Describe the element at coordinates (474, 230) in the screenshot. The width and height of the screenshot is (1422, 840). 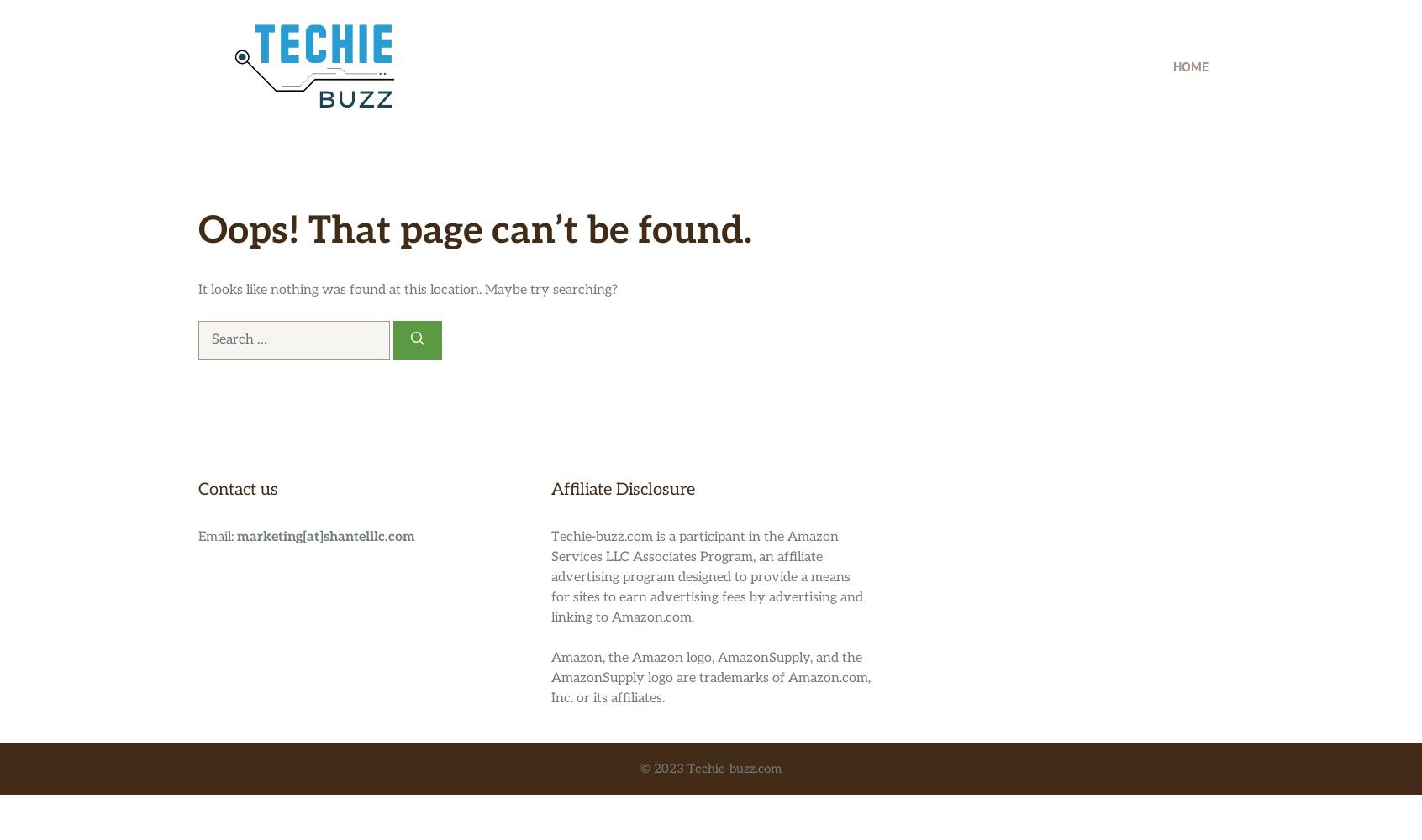
I see `'Oops! That page can’t be found.'` at that location.